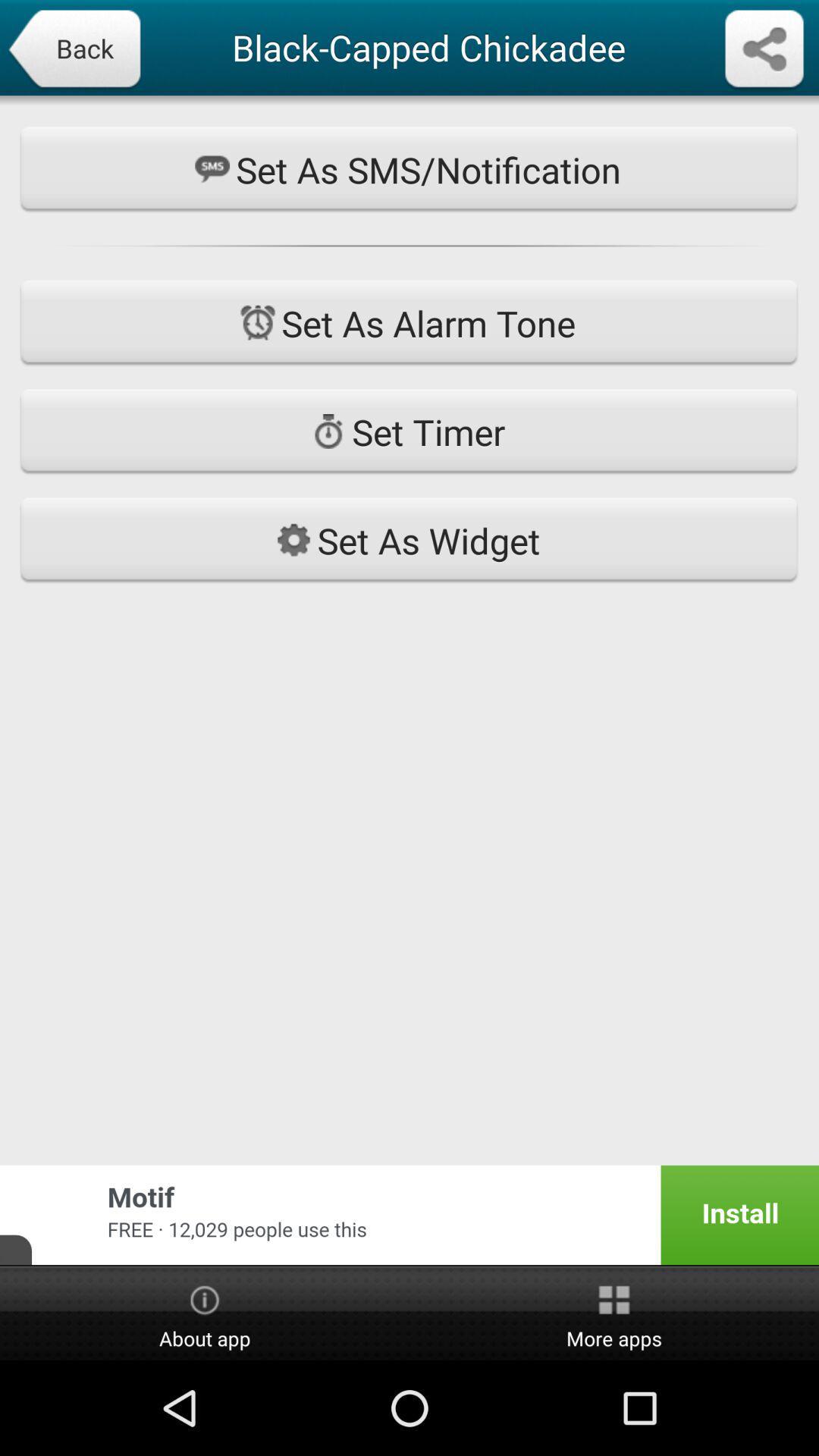 The image size is (819, 1456). What do you see at coordinates (205, 1313) in the screenshot?
I see `icon next to more apps` at bounding box center [205, 1313].